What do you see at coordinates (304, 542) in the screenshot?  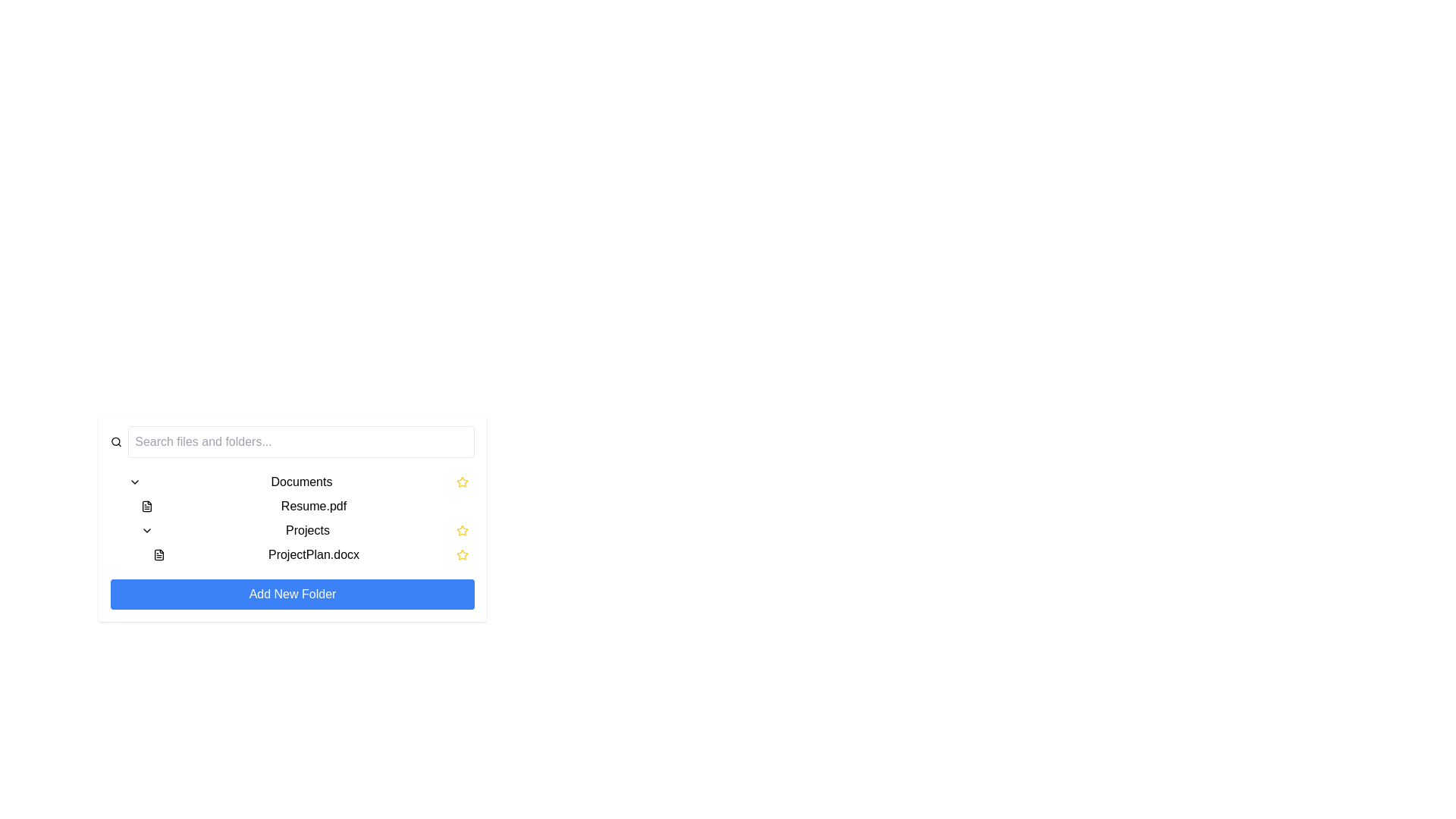 I see `the text label displaying 'ProjectsProjectPlan.docx', which is the second item in the 'Projects' folder of the dropdown menu` at bounding box center [304, 542].